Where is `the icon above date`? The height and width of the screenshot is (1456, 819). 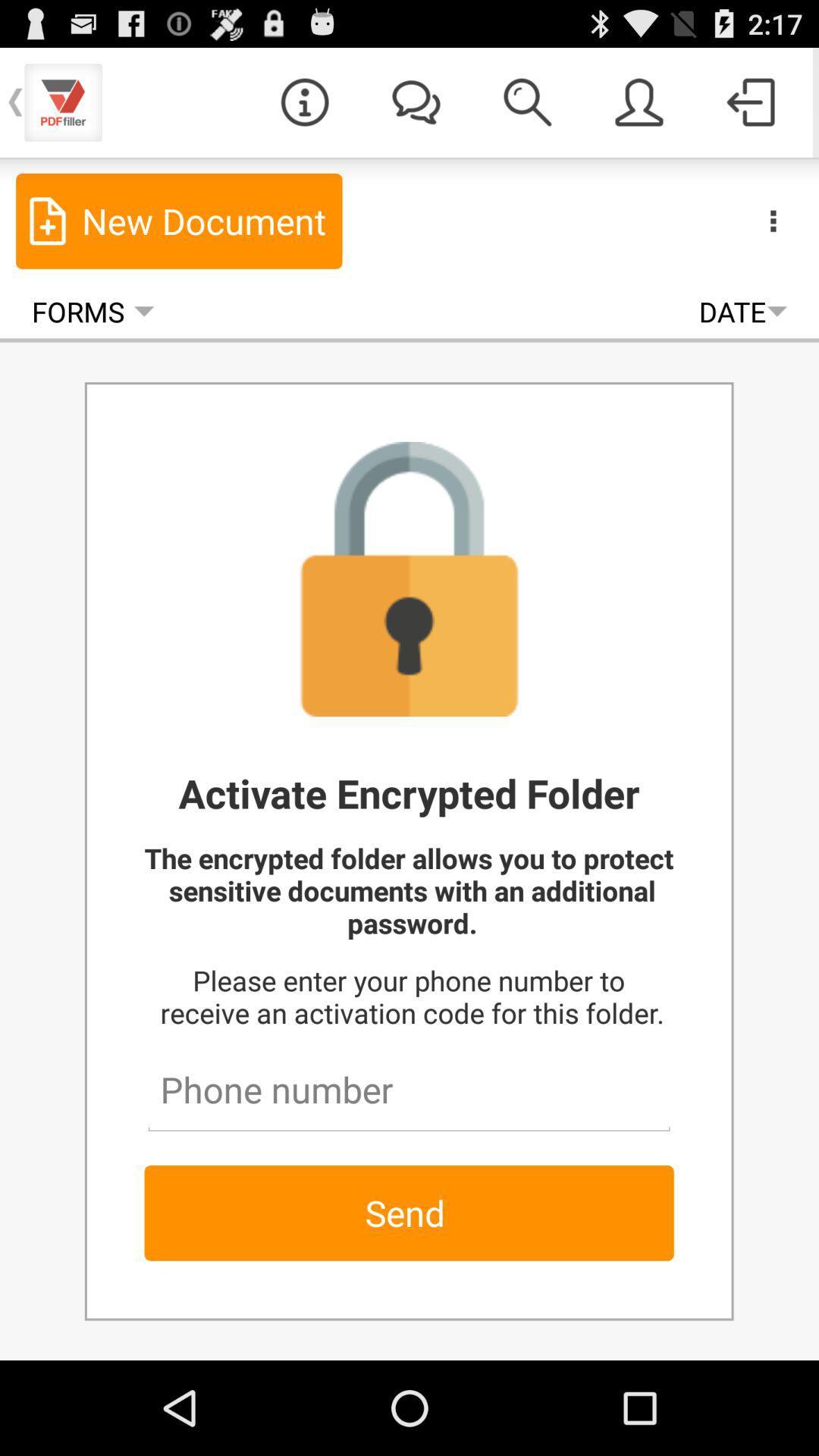
the icon above date is located at coordinates (773, 220).